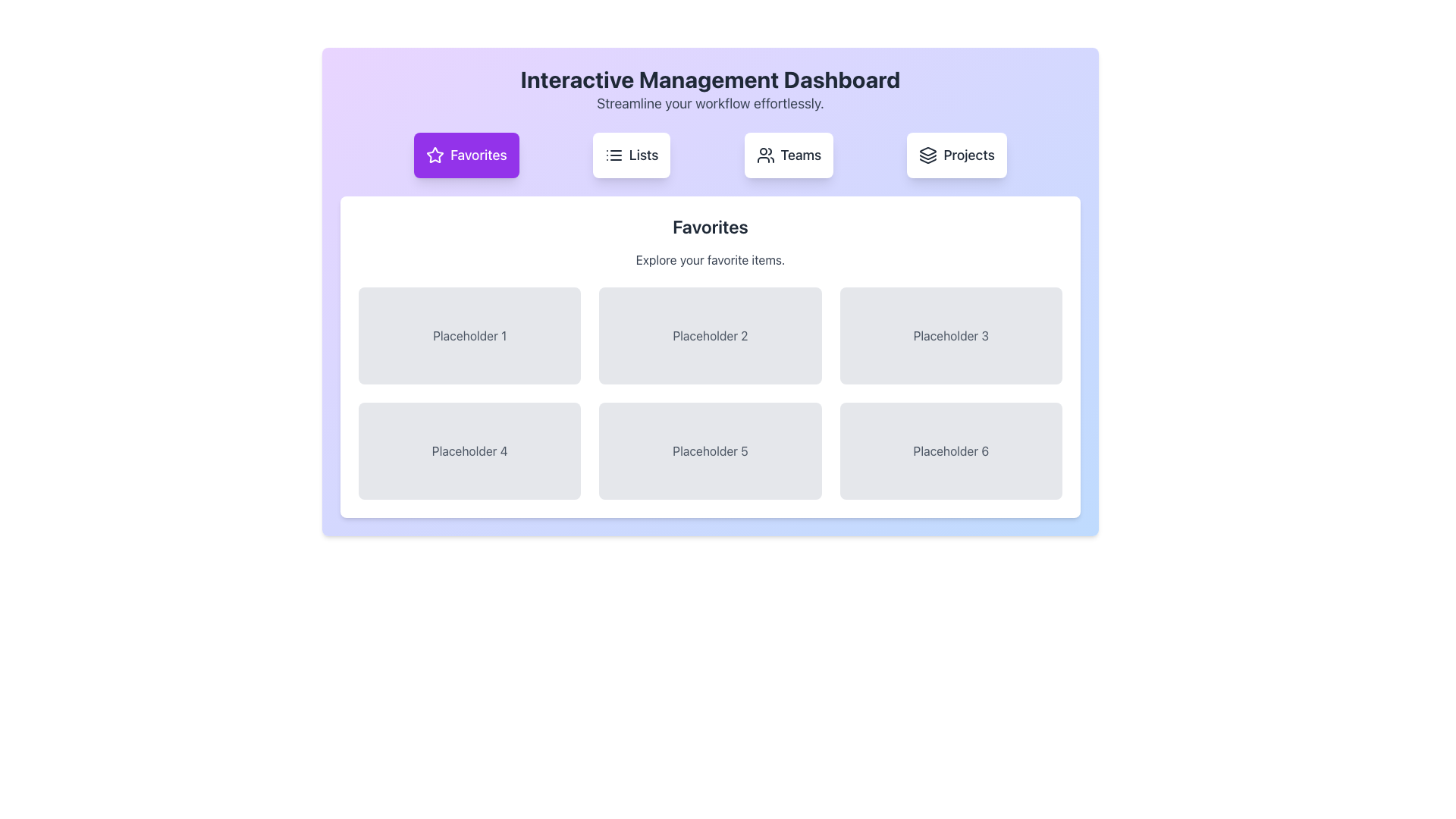 This screenshot has height=819, width=1456. What do you see at coordinates (478, 155) in the screenshot?
I see `text label indicating its functionality related to accessing the 'Favorites' section, which is part of a purple button located near the top-left portion of the interface, adjacent to other buttons like 'Lists', 'Teams', and 'Projects'` at bounding box center [478, 155].